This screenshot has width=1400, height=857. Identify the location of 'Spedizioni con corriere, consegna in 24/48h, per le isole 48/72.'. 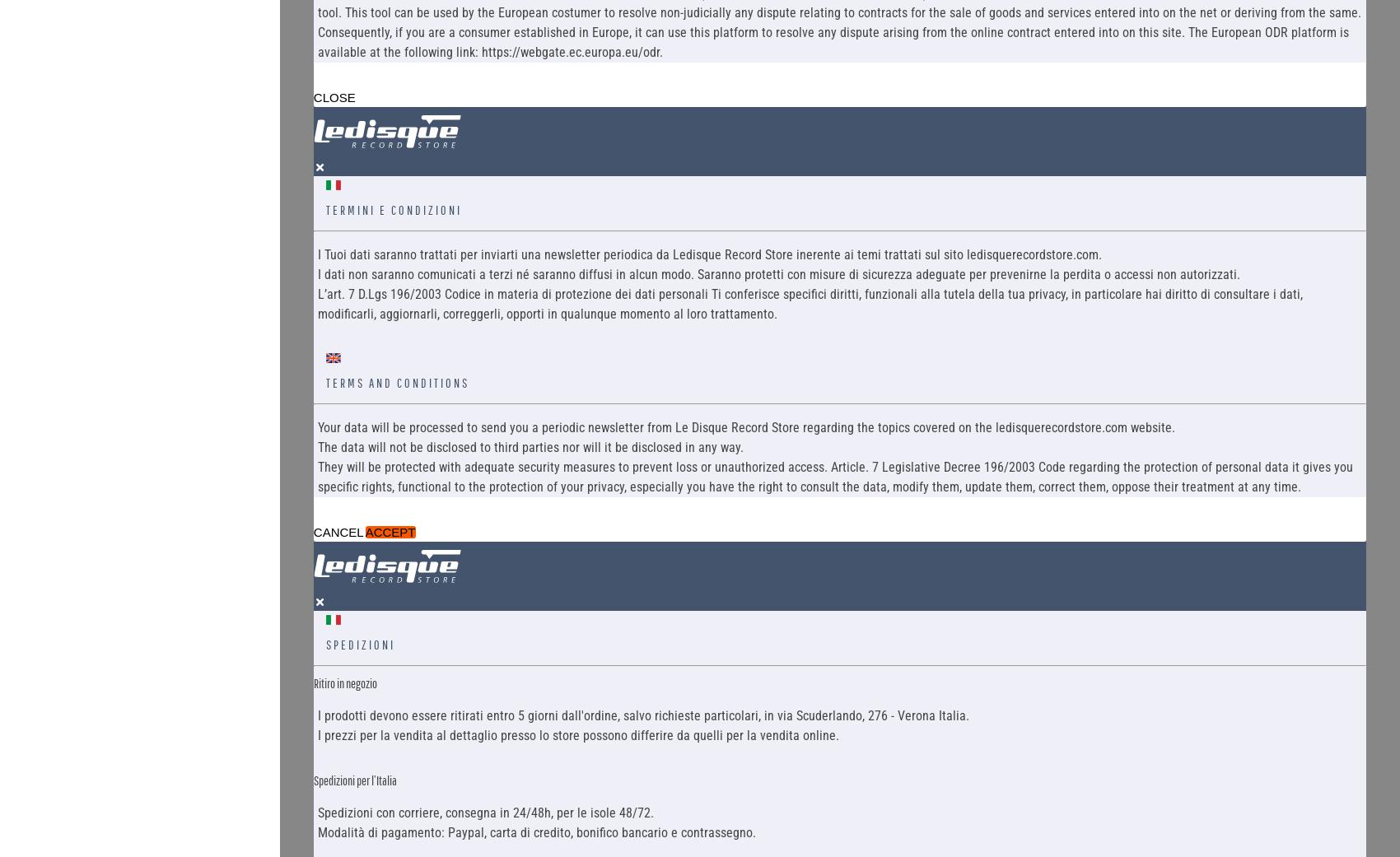
(484, 812).